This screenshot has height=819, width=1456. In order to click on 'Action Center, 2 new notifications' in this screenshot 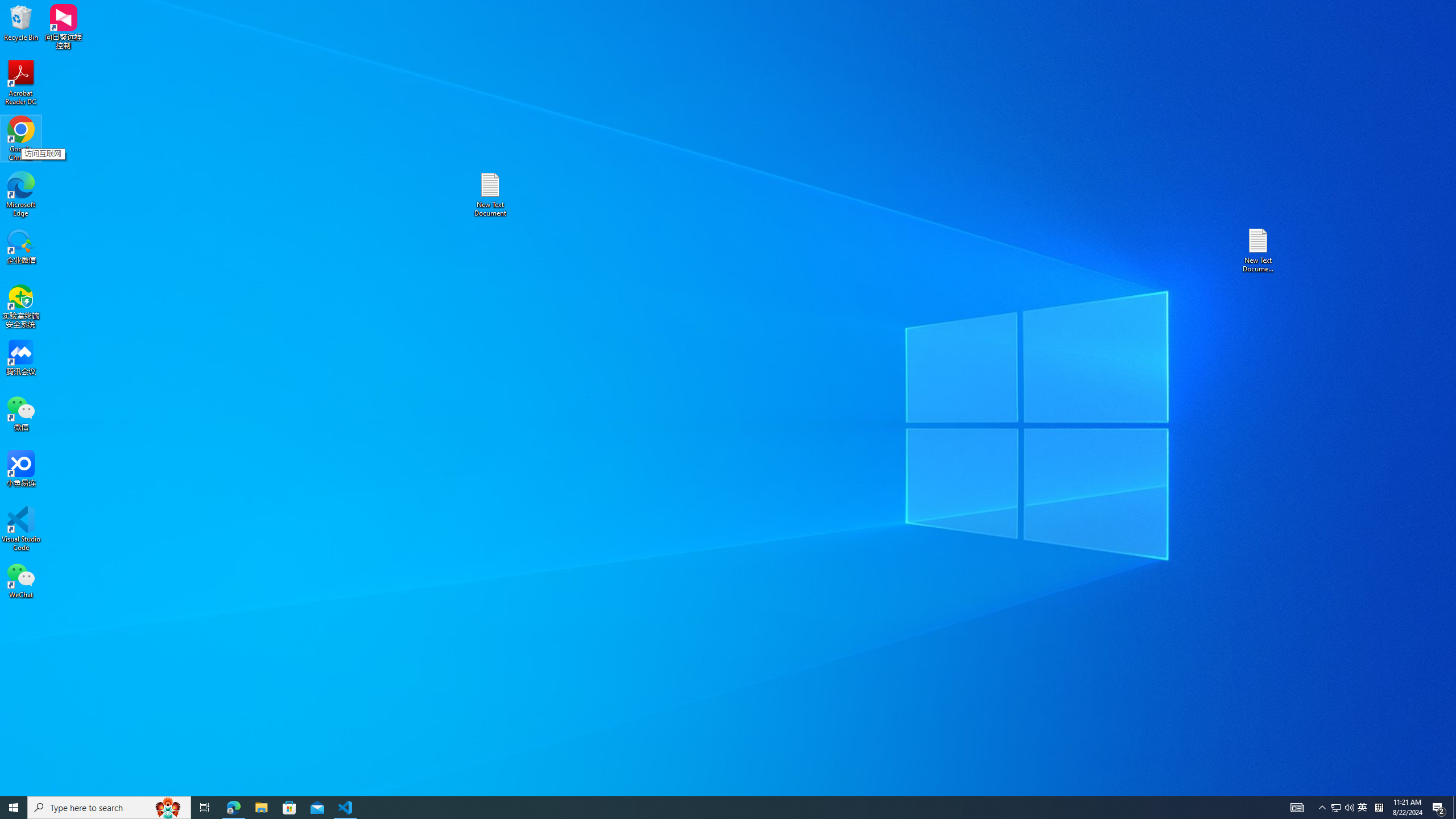, I will do `click(1439, 806)`.